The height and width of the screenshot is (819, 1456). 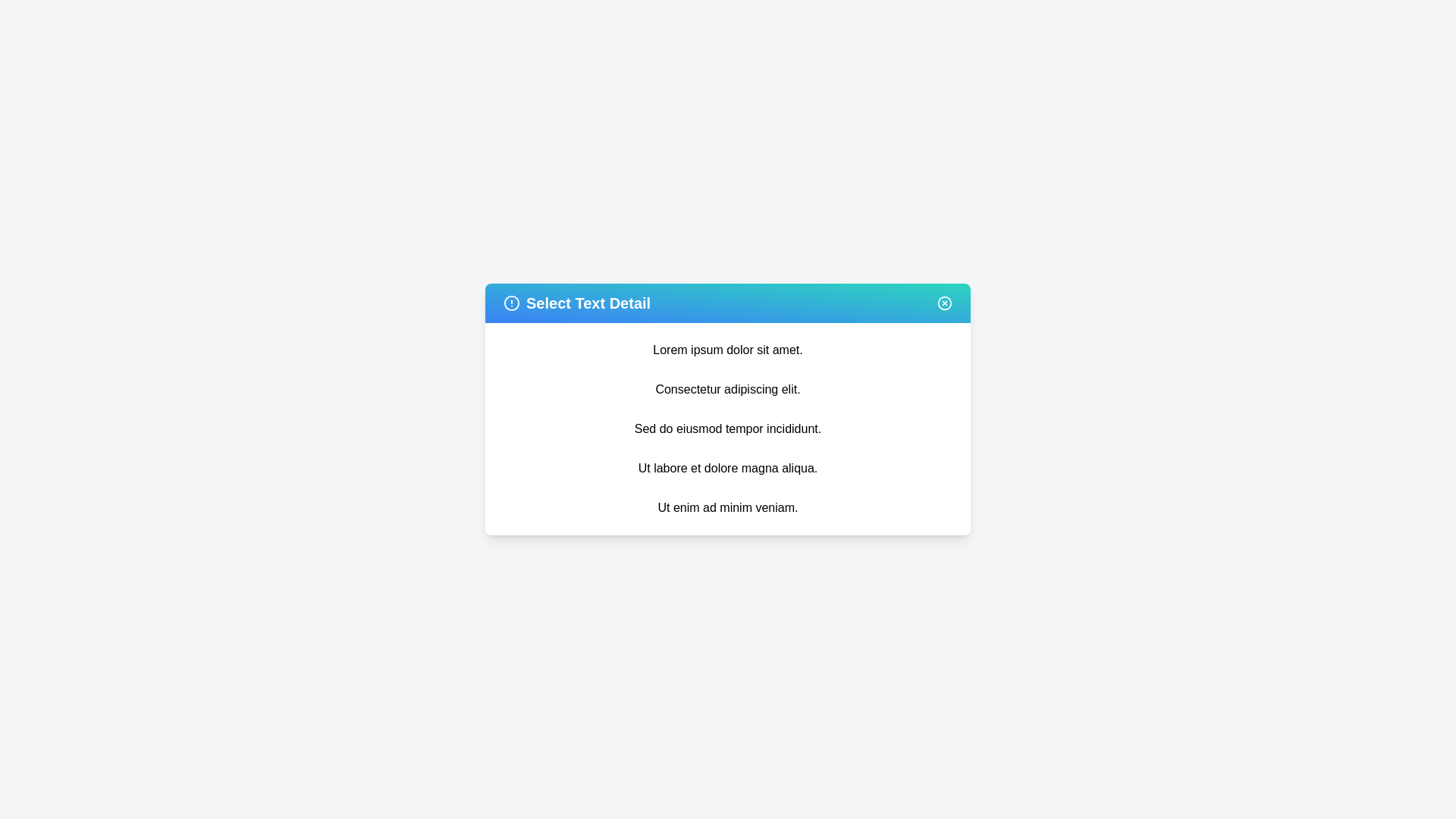 What do you see at coordinates (728, 350) in the screenshot?
I see `the text item 'Lorem ipsum dolor sit amet.' from the list` at bounding box center [728, 350].